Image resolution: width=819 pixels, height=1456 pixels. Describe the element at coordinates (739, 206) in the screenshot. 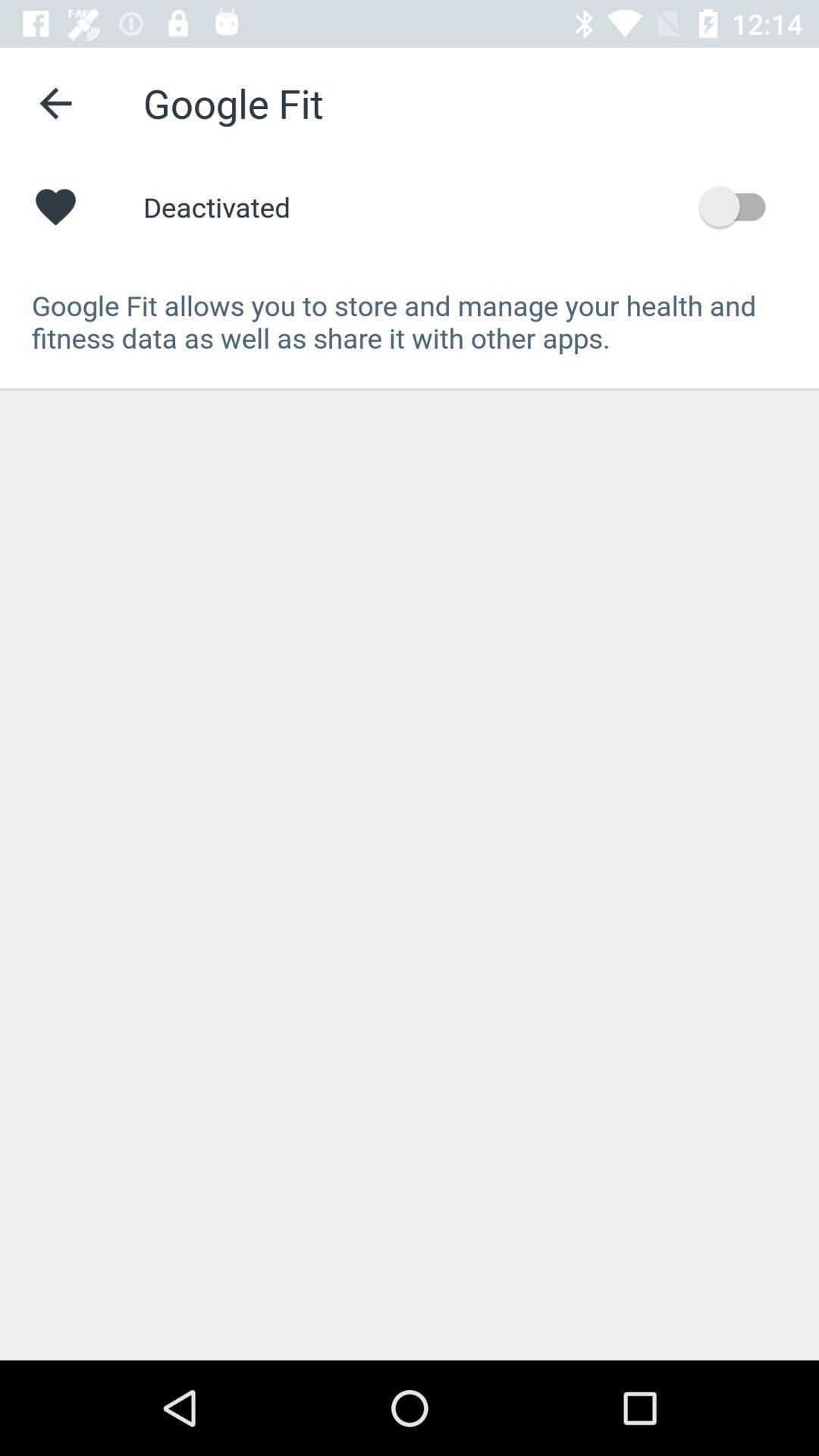

I see `on/off` at that location.